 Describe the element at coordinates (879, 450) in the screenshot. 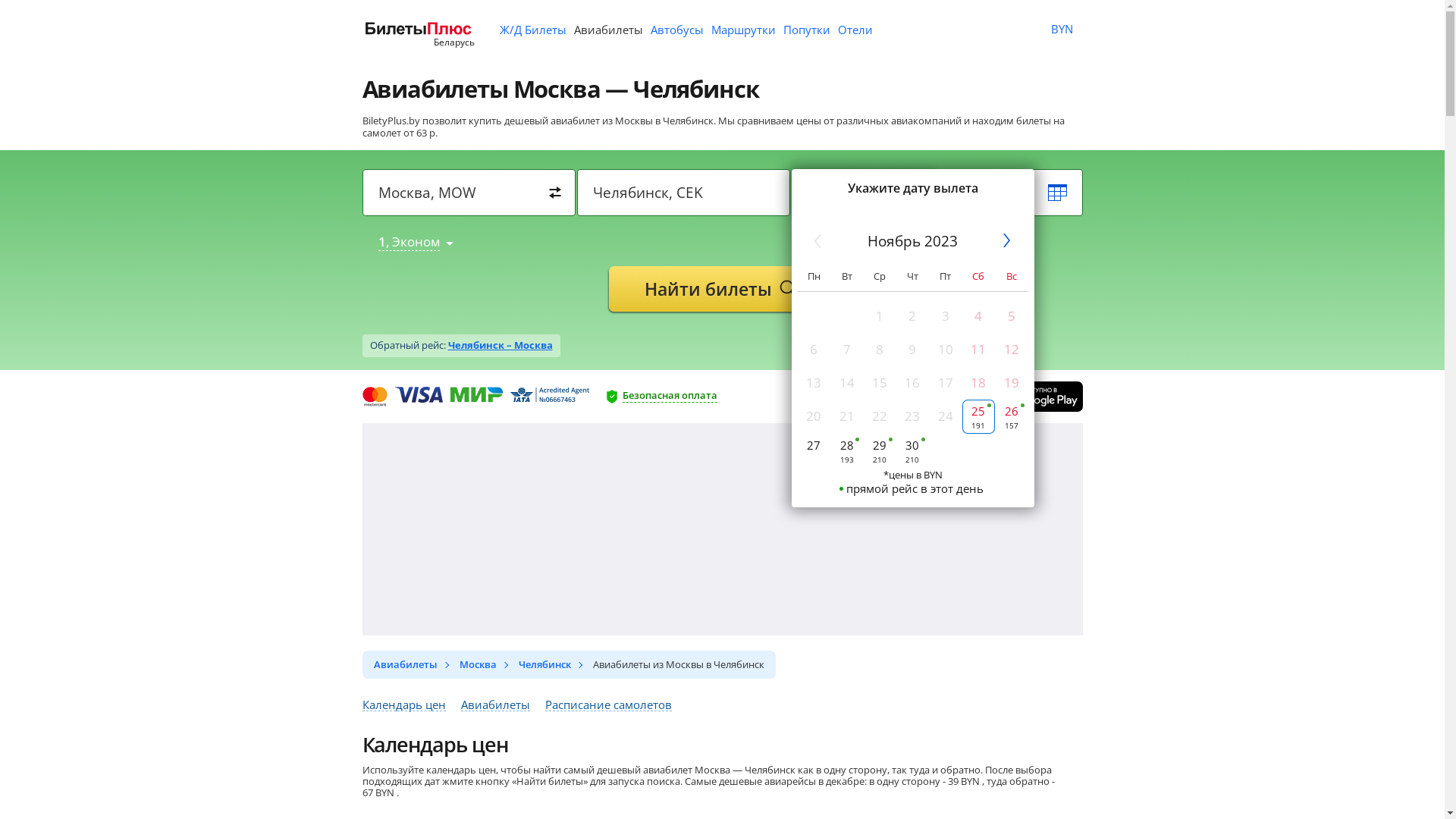

I see `'29'` at that location.